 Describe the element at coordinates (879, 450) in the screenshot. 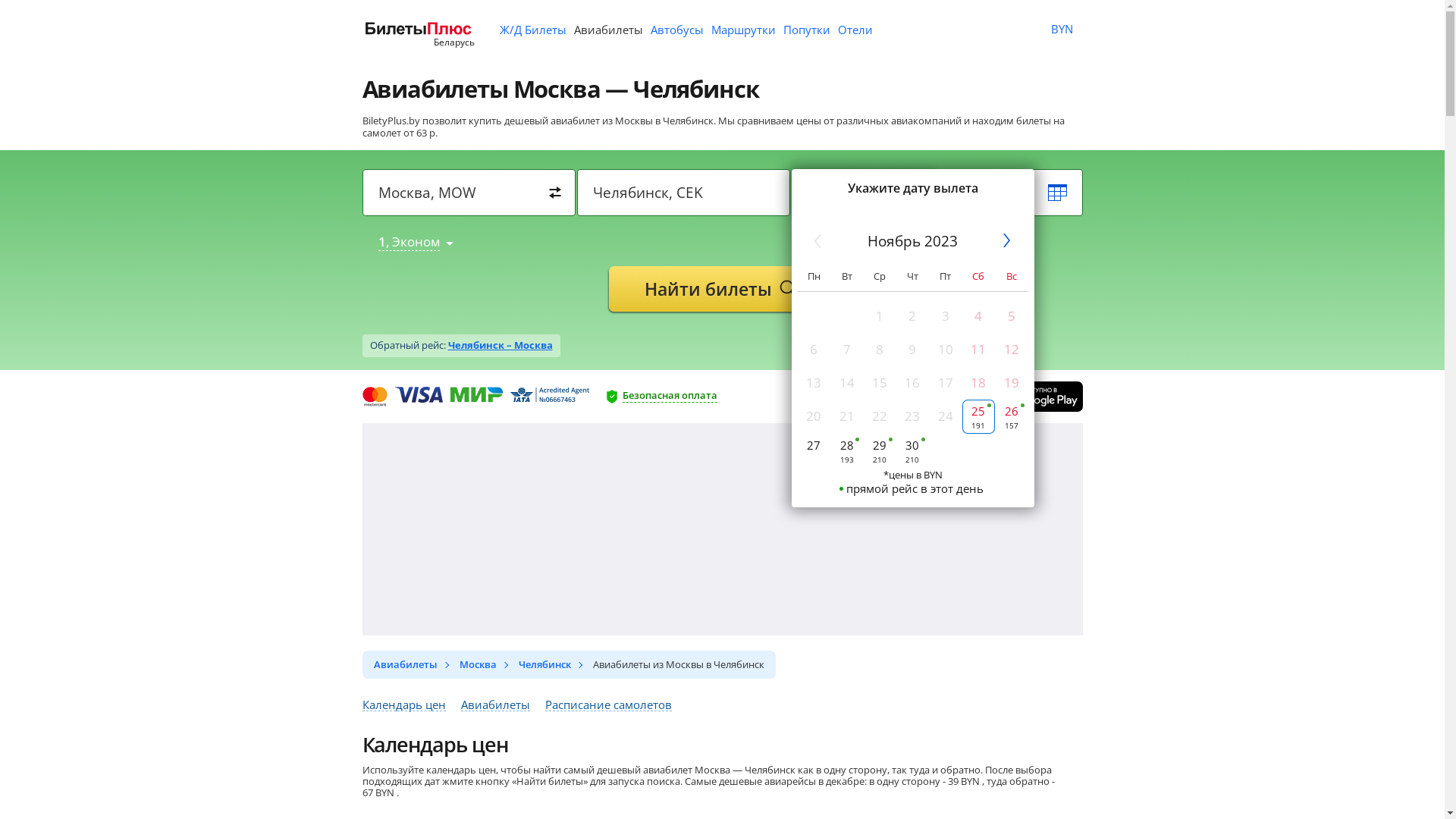

I see `'29'` at that location.